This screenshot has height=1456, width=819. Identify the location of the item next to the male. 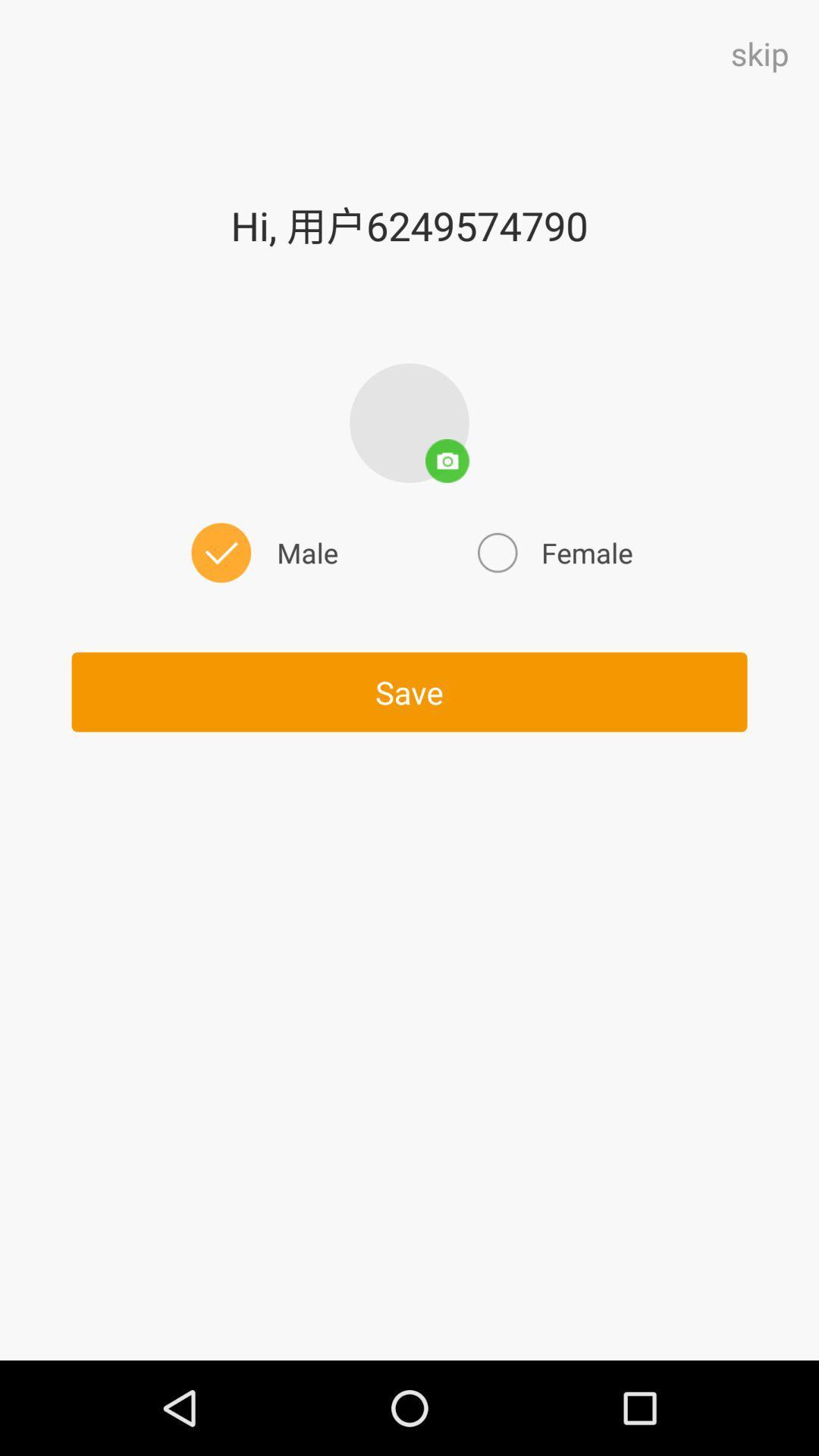
(553, 552).